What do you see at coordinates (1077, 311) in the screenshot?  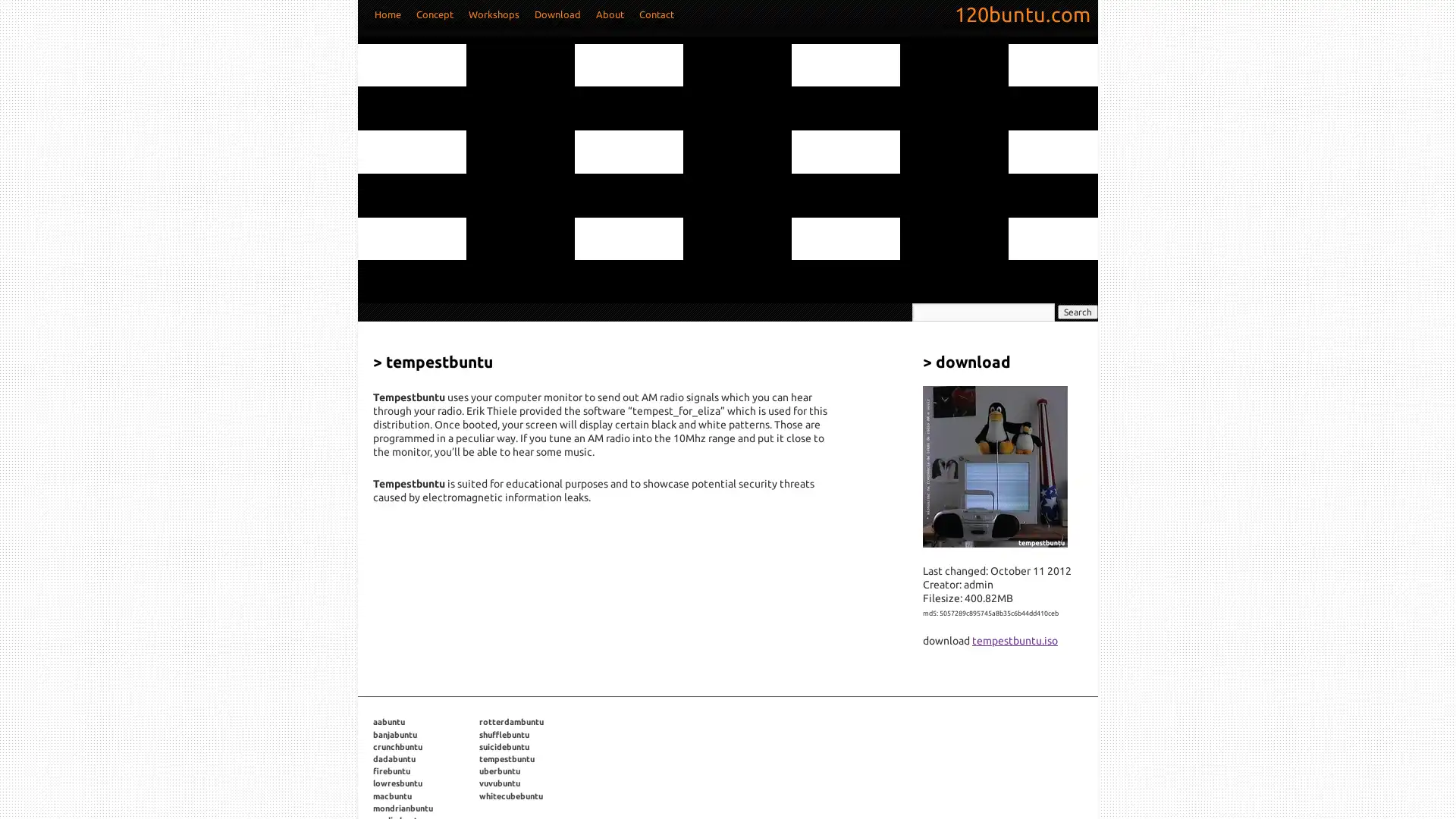 I see `Search` at bounding box center [1077, 311].